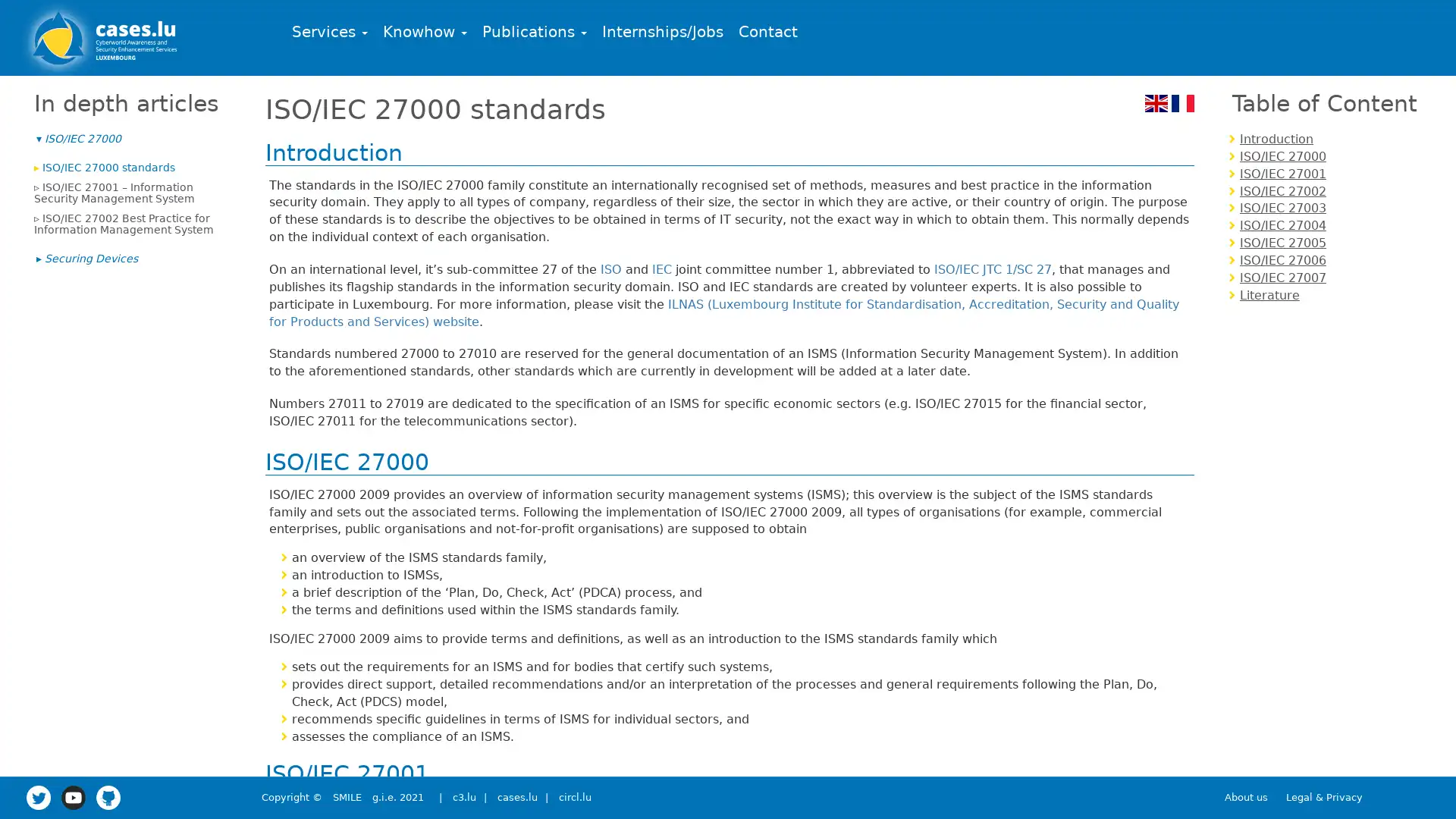 Image resolution: width=1456 pixels, height=819 pixels. Describe the element at coordinates (130, 258) in the screenshot. I see `Securing Devices` at that location.